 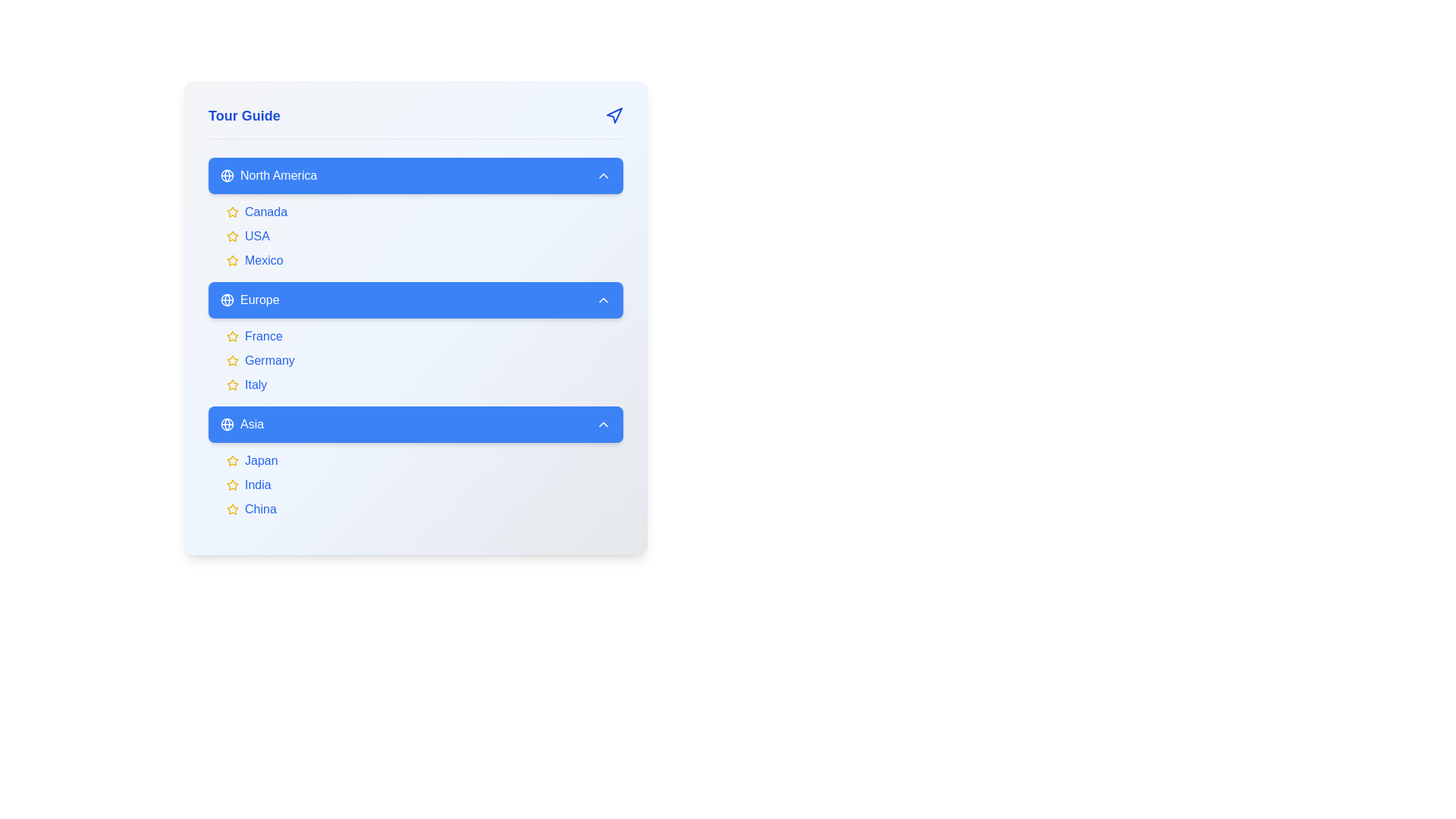 I want to click on the yellow star-shaped icon next to the text 'Italy', so click(x=232, y=384).